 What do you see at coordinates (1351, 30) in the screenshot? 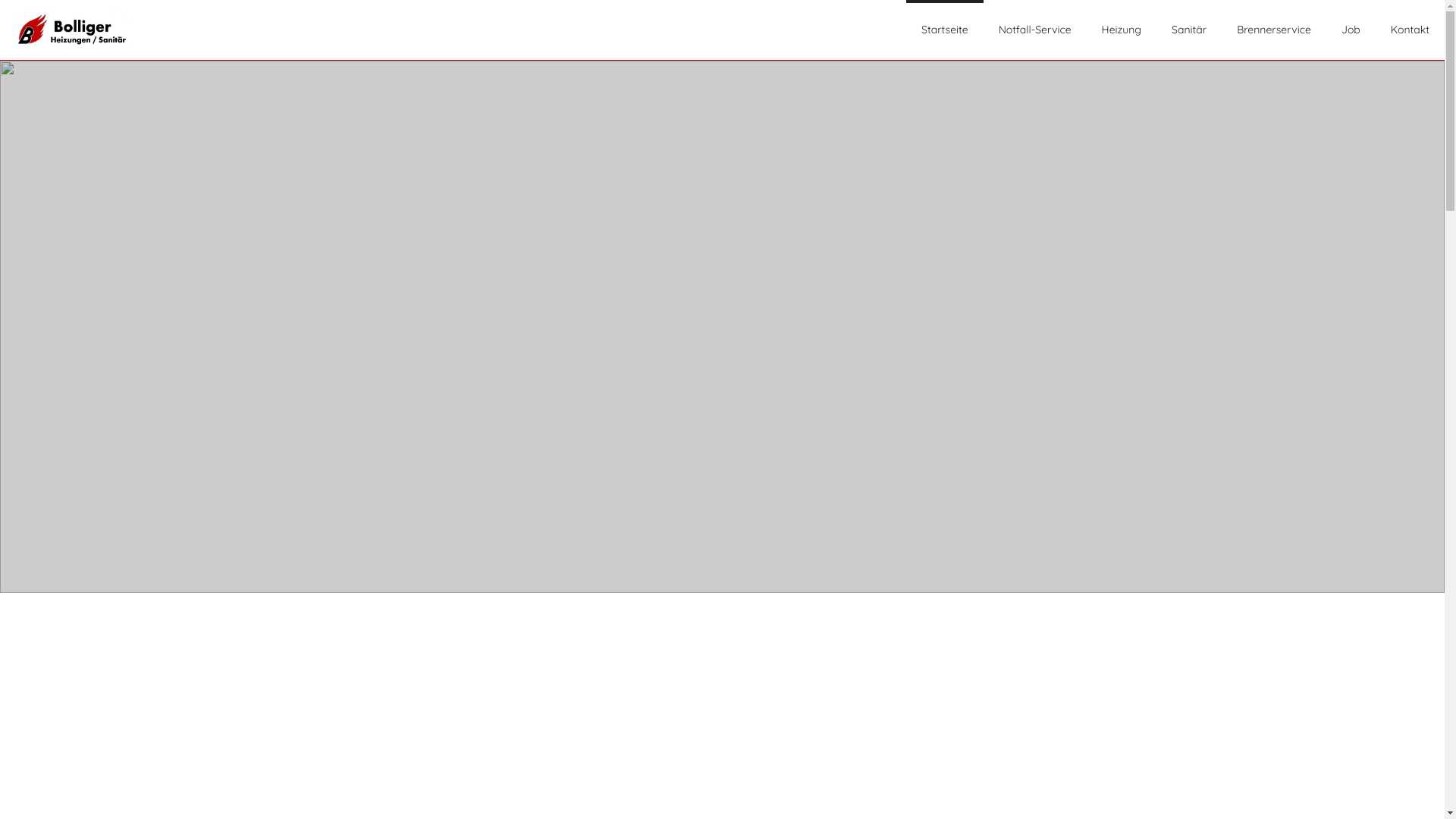
I see `'Job'` at bounding box center [1351, 30].